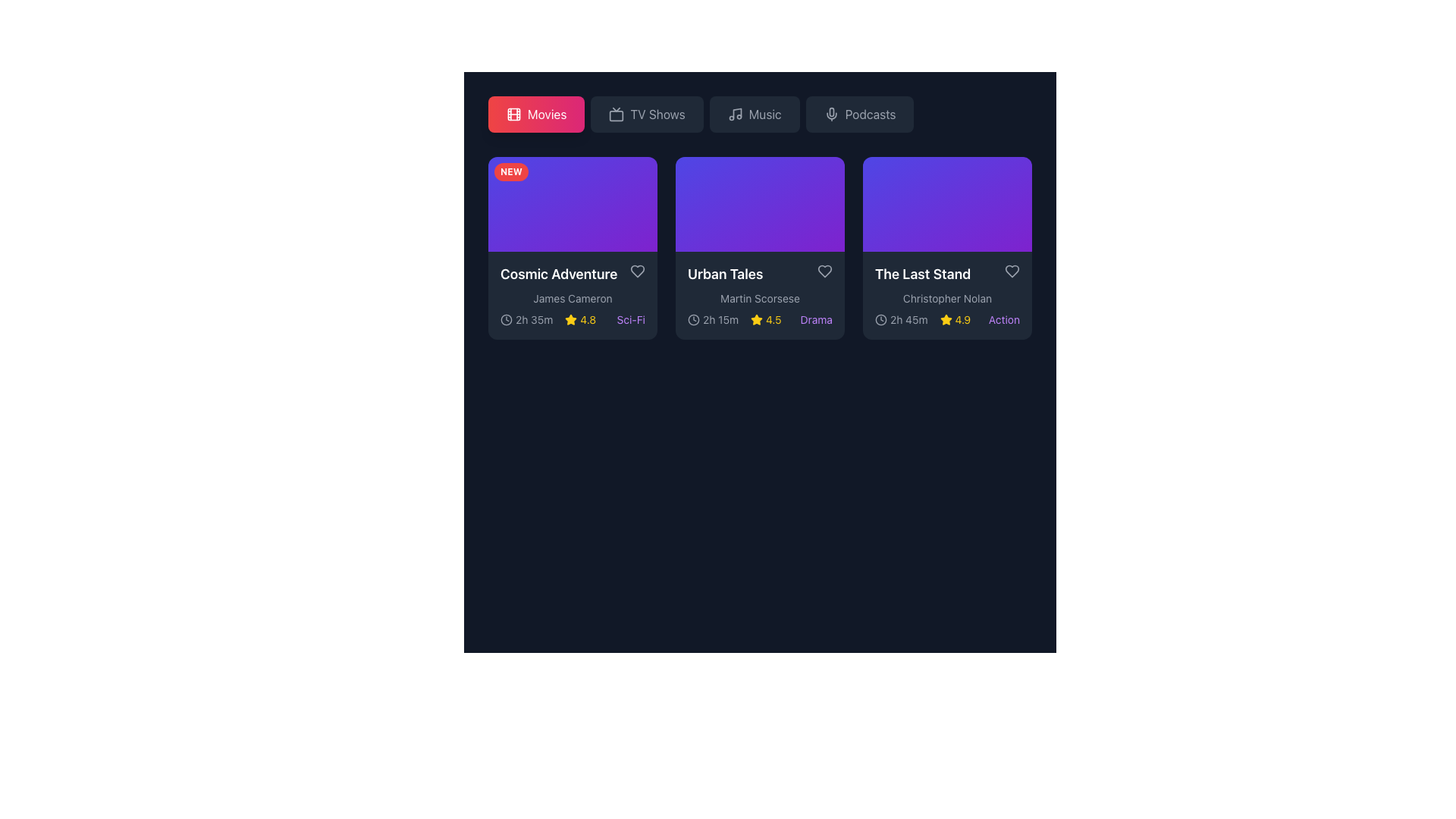  What do you see at coordinates (631, 319) in the screenshot?
I see `text label 'Sci-Fi' which is styled with a purple font color and located in the card interface of the movie 'Cosmic Adventure', positioned below the movie title and rating` at bounding box center [631, 319].